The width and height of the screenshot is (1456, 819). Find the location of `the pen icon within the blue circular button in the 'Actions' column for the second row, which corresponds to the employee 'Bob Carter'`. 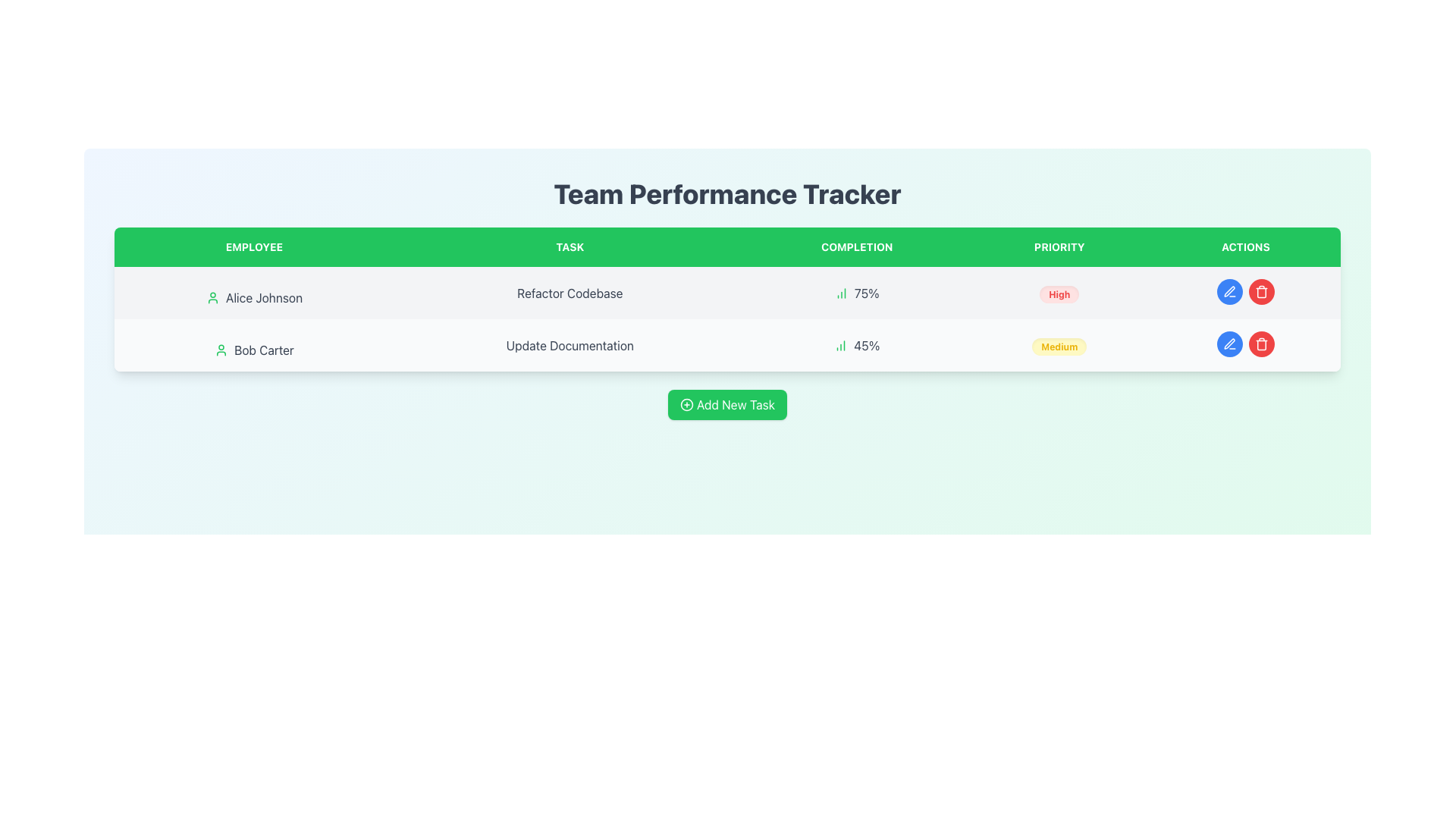

the pen icon within the blue circular button in the 'Actions' column for the second row, which corresponds to the employee 'Bob Carter' is located at coordinates (1229, 344).